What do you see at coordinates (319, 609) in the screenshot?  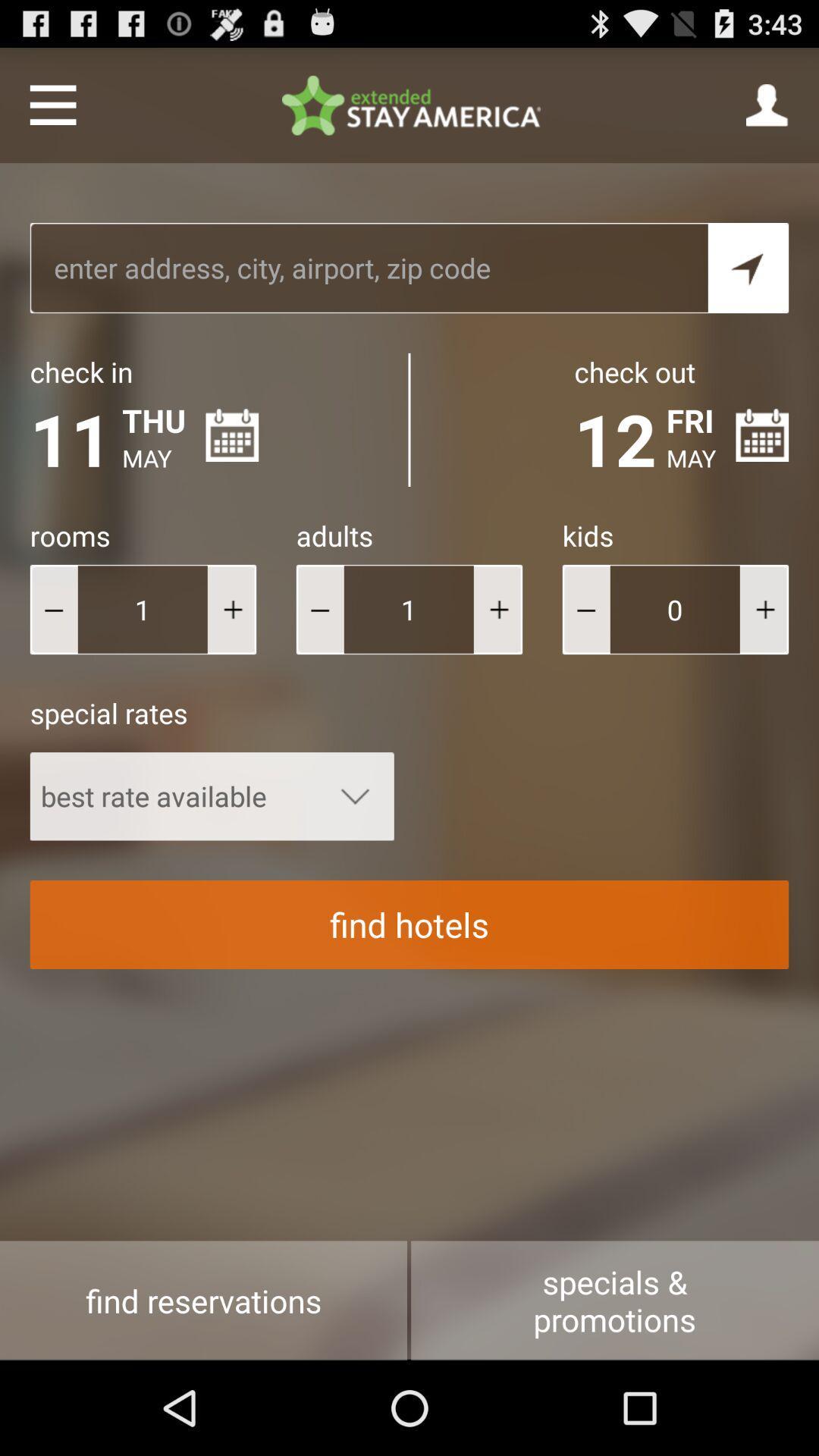 I see `take away adults` at bounding box center [319, 609].